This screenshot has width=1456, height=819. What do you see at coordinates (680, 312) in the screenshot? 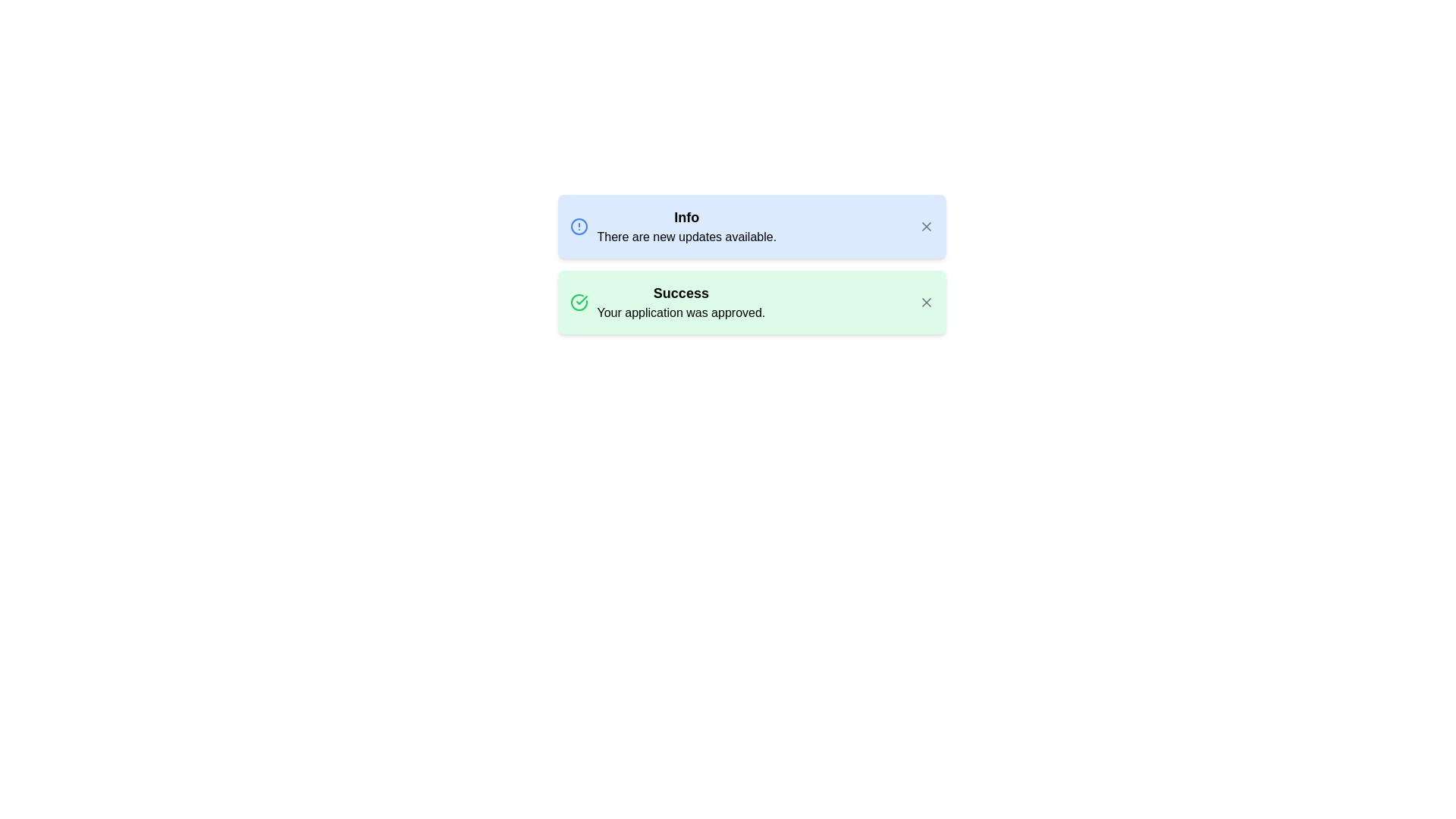
I see `the Text Label displaying 'Your application was approved.' located beneath the bold 'Success' heading in the light green notification box` at bounding box center [680, 312].